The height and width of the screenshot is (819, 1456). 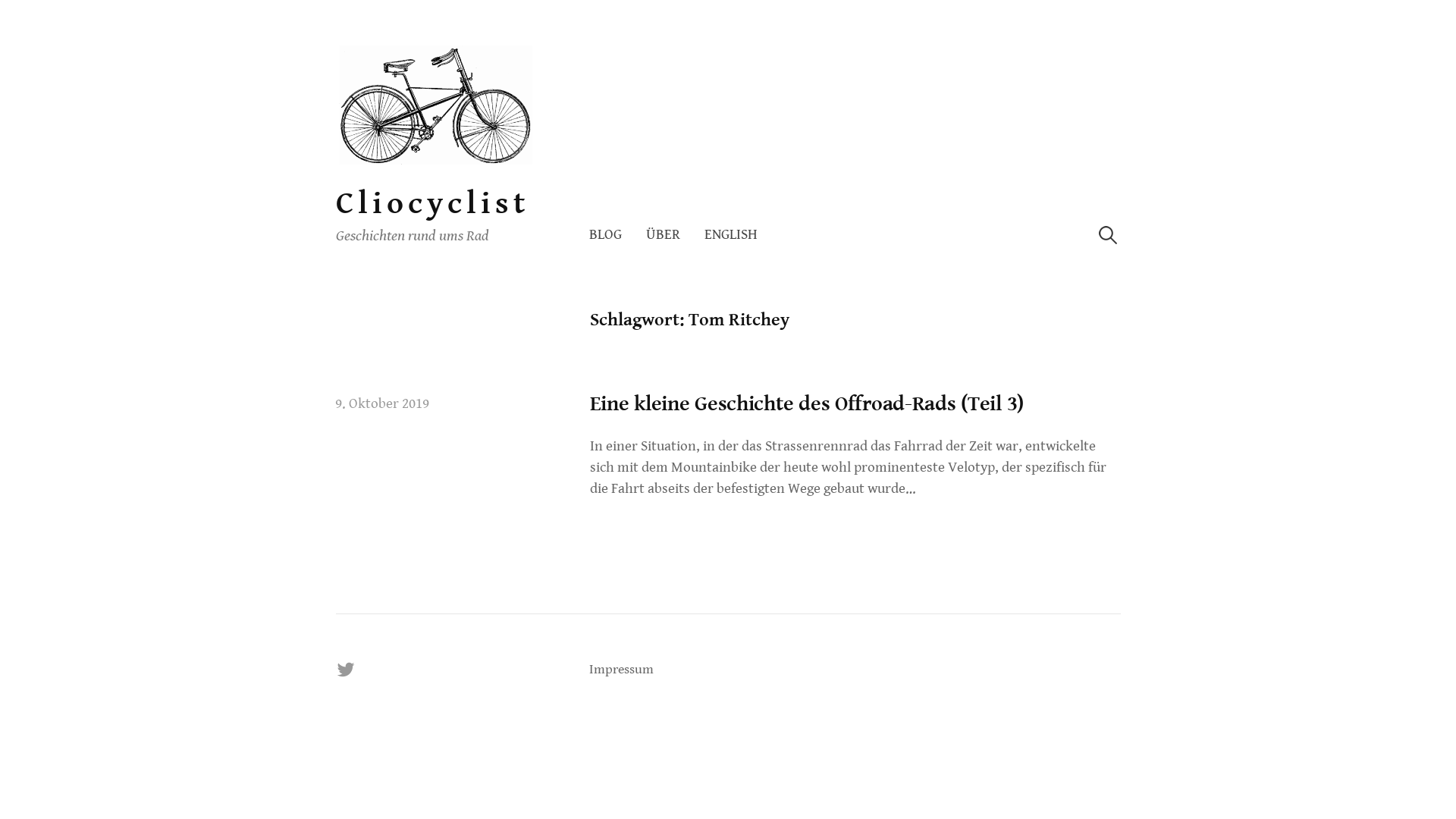 What do you see at coordinates (806, 403) in the screenshot?
I see `'Eine kleine Geschichte des Offroad-Rads (Teil 3)'` at bounding box center [806, 403].